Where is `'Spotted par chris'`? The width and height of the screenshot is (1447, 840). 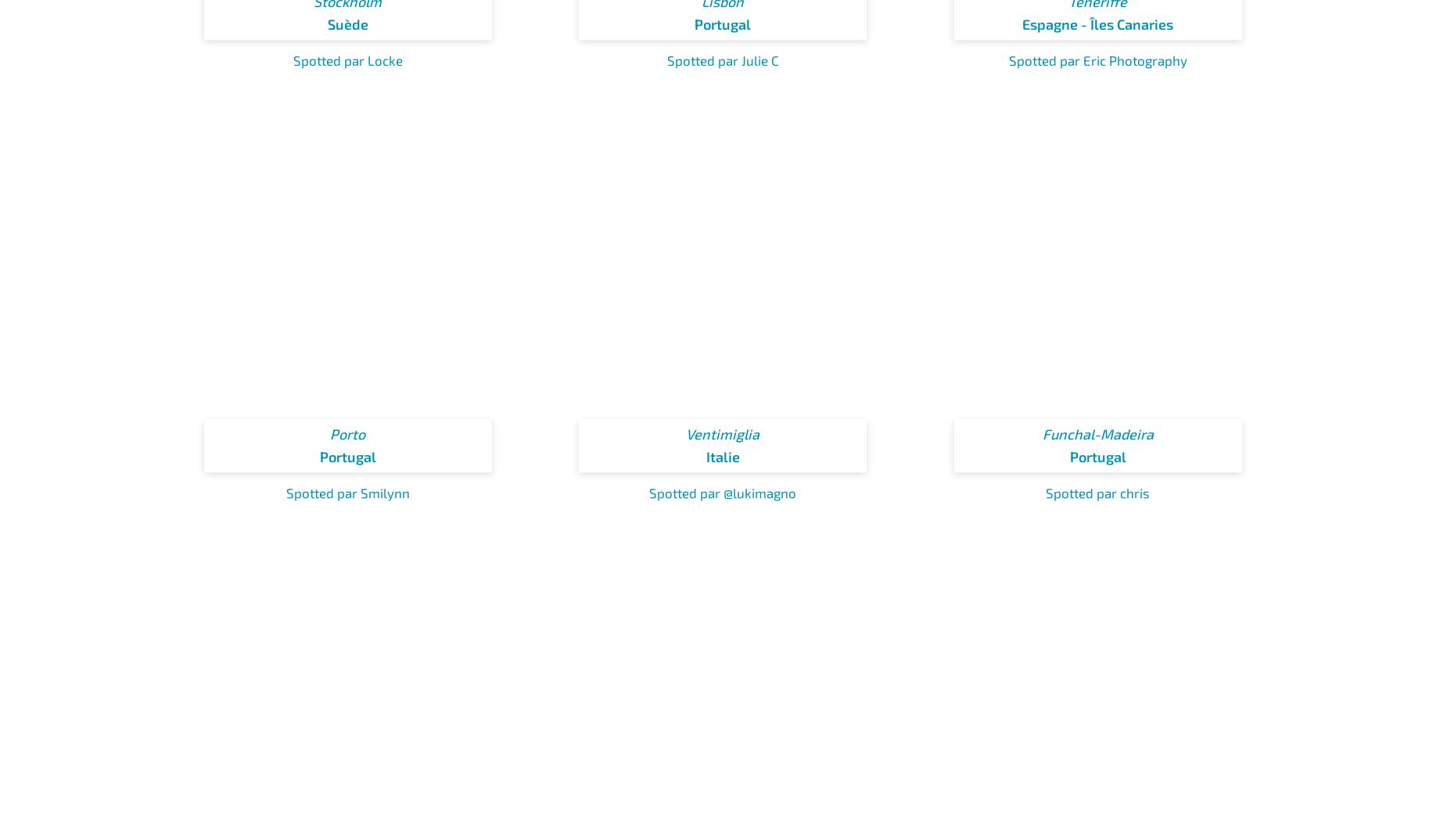 'Spotted par chris' is located at coordinates (1097, 492).